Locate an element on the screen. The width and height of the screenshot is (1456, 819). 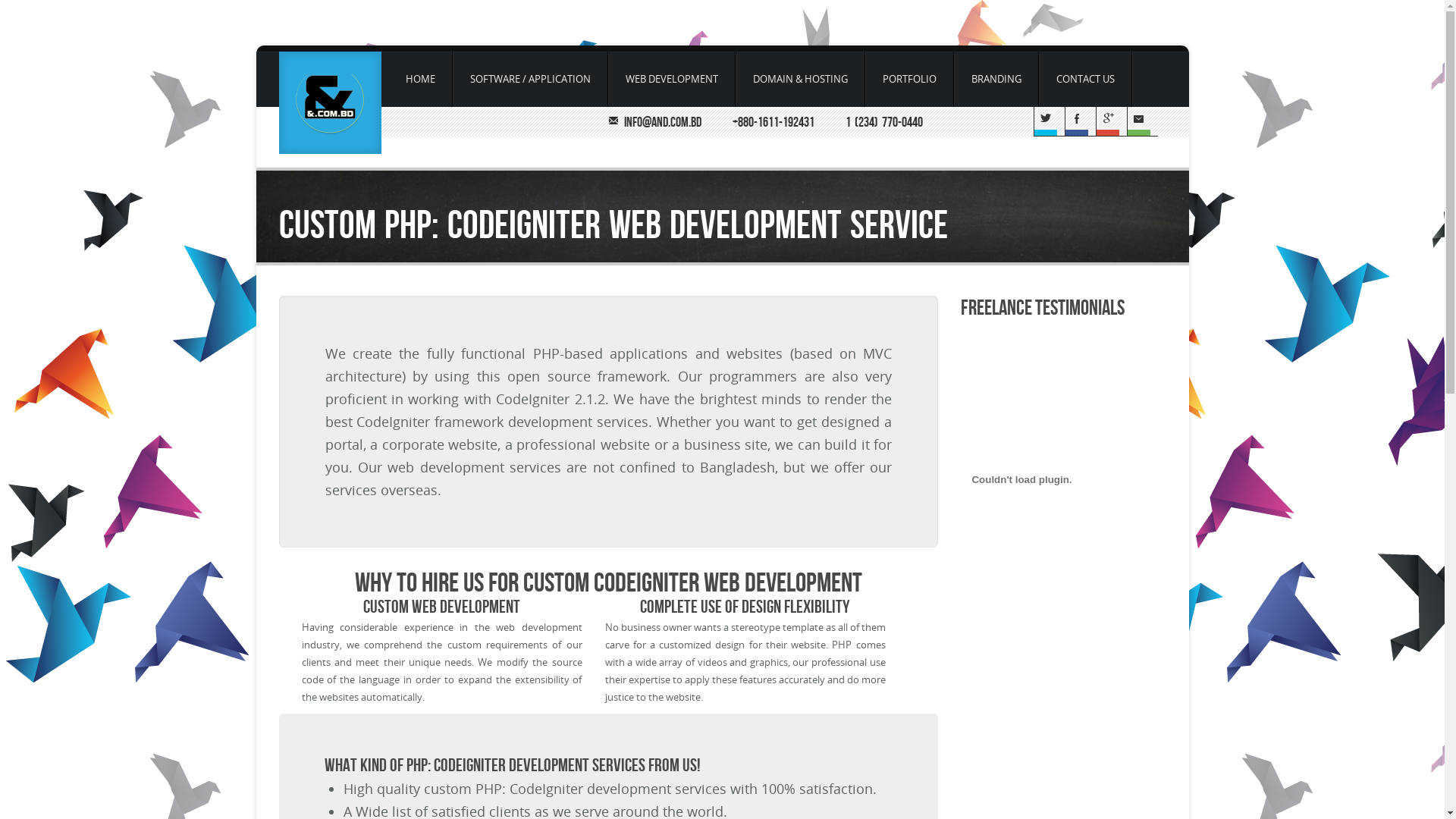
'WEB DEVELOPMENT' is located at coordinates (670, 79).